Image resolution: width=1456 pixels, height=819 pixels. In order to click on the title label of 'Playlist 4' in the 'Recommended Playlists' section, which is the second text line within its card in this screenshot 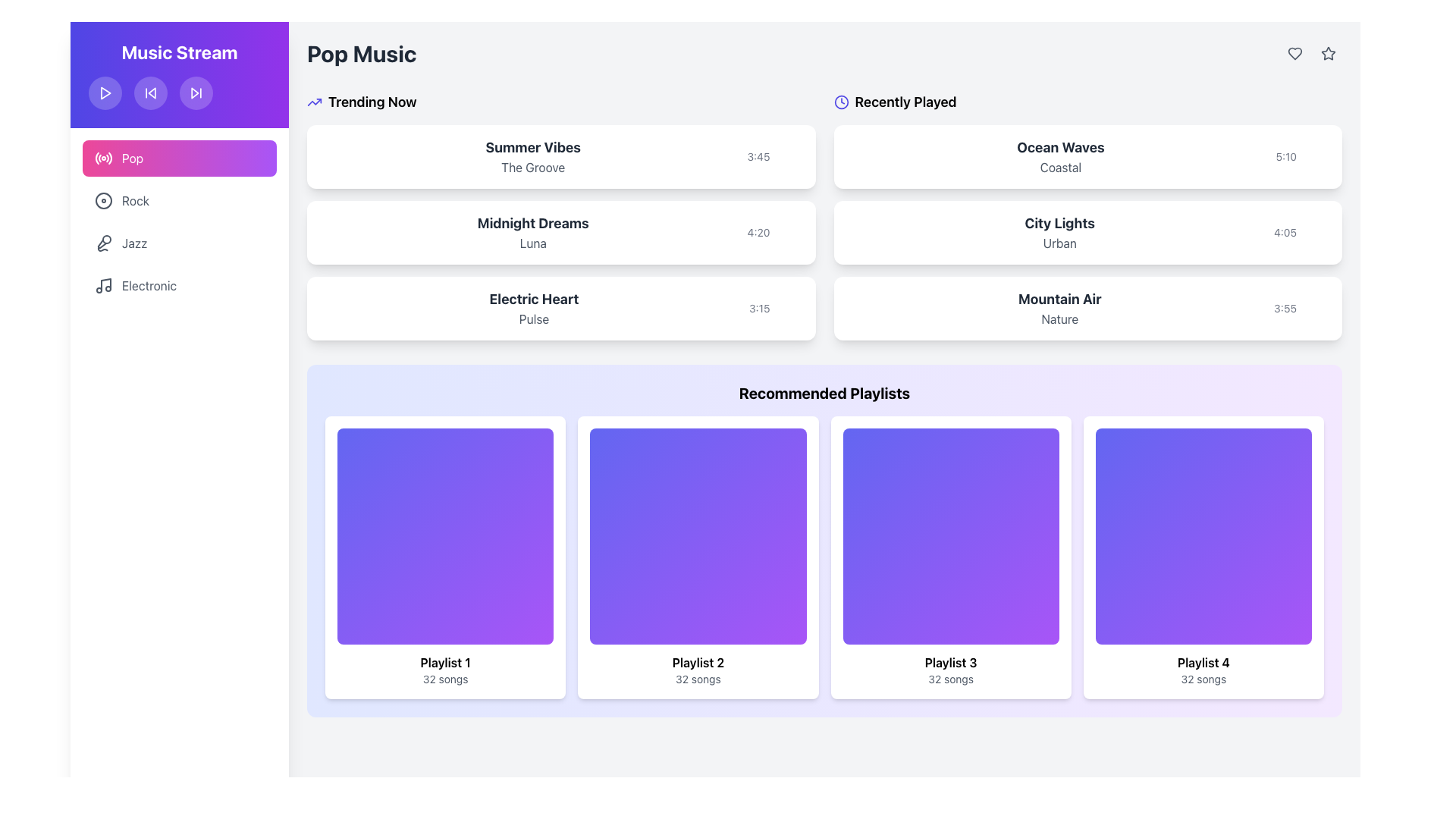, I will do `click(1203, 662)`.